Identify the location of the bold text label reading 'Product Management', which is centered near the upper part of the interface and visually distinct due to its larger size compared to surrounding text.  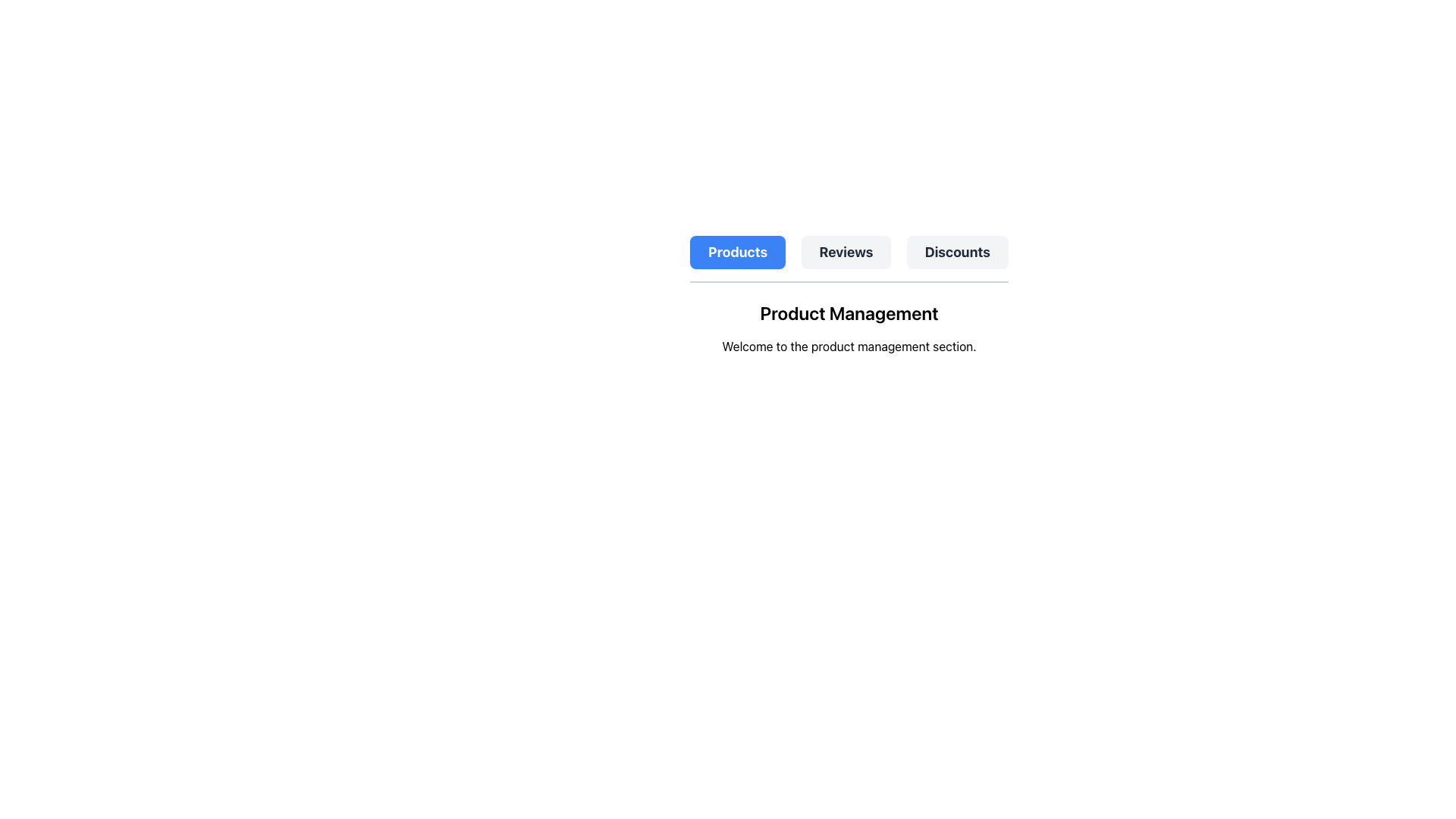
(848, 312).